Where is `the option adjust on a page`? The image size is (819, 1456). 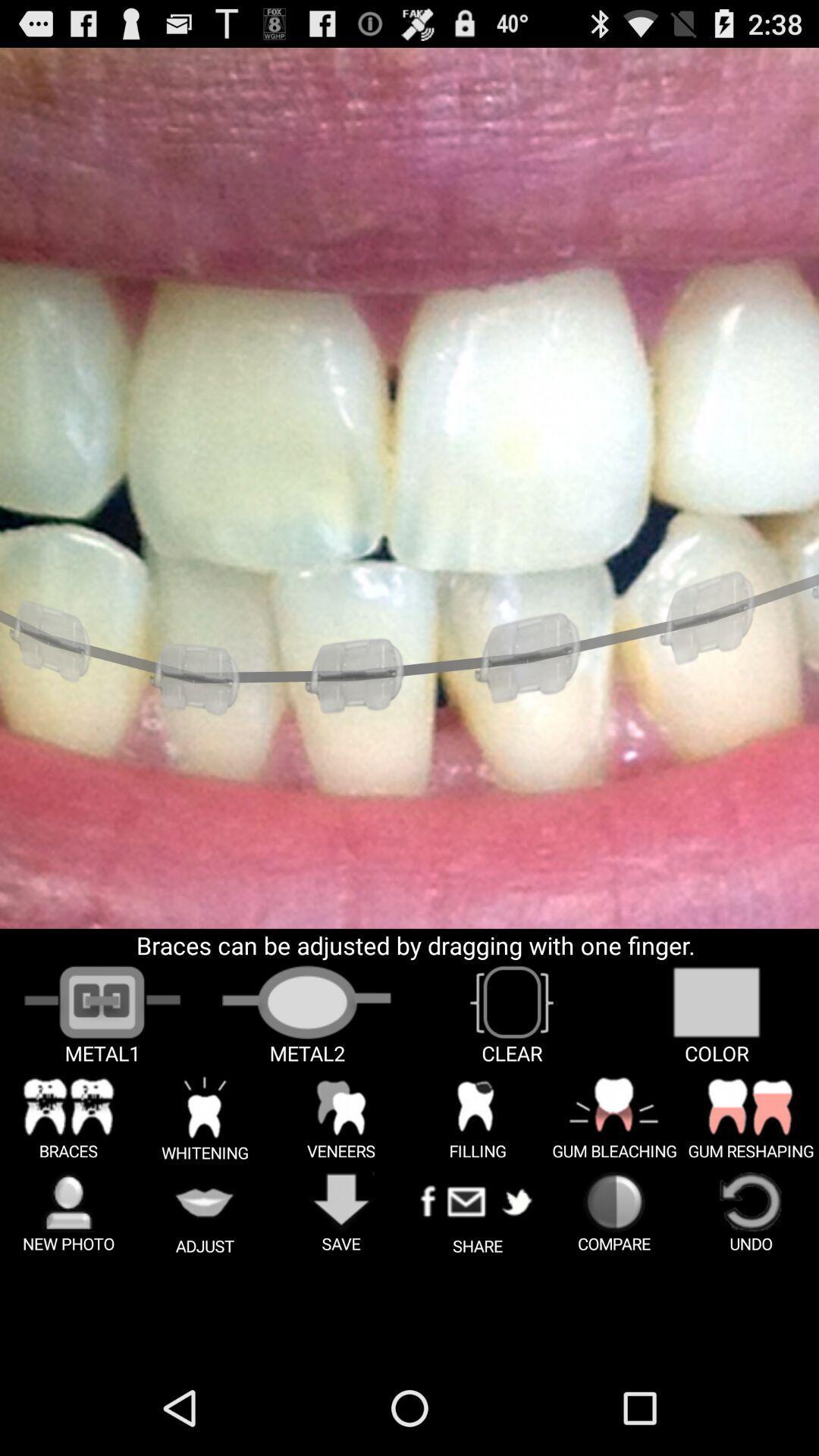
the option adjust on a page is located at coordinates (205, 1213).